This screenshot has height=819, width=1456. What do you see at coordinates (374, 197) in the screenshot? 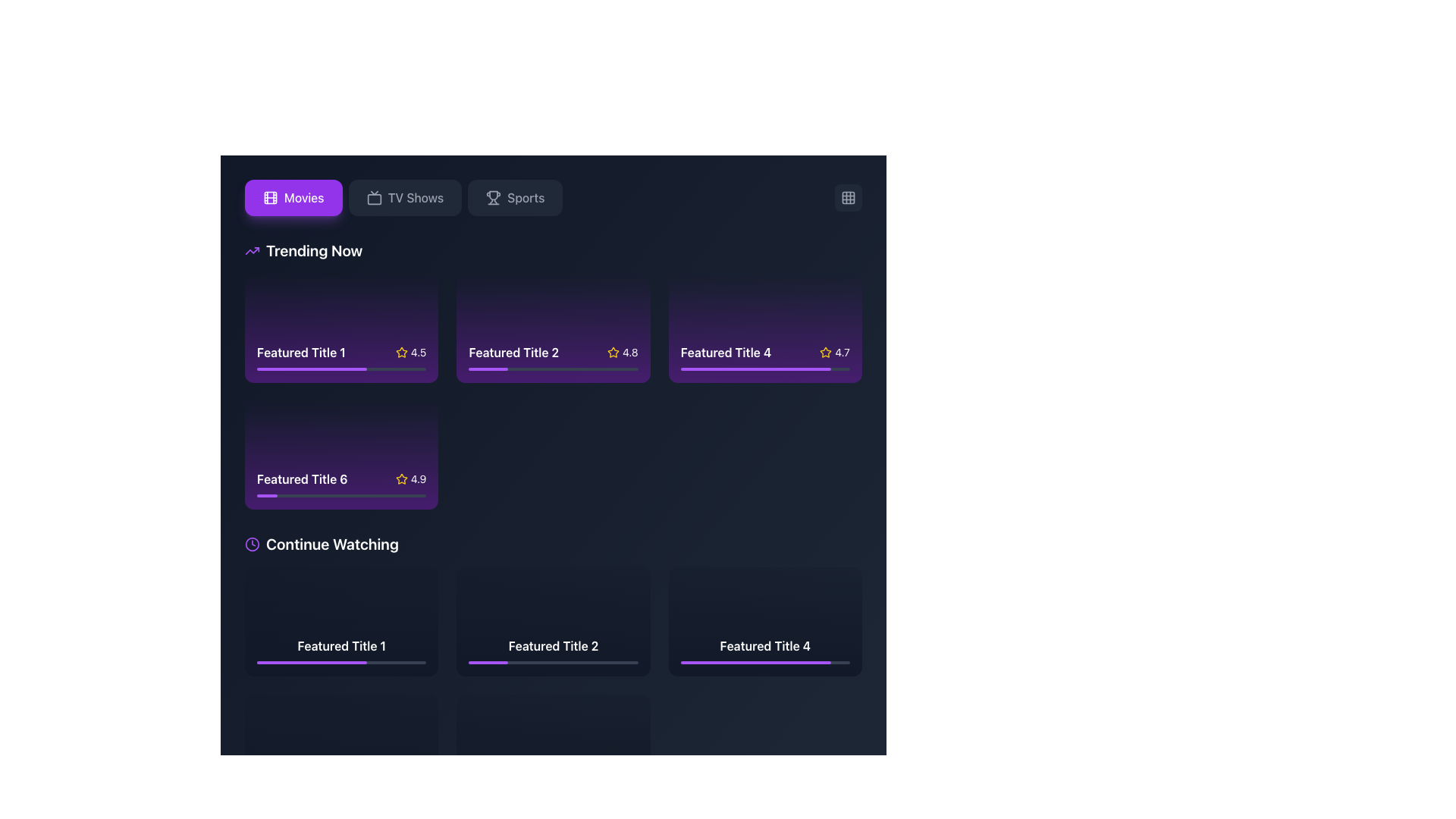
I see `the small, square television set icon with antennas located to the left of the 'TV Shows' button in the navigation bar` at bounding box center [374, 197].